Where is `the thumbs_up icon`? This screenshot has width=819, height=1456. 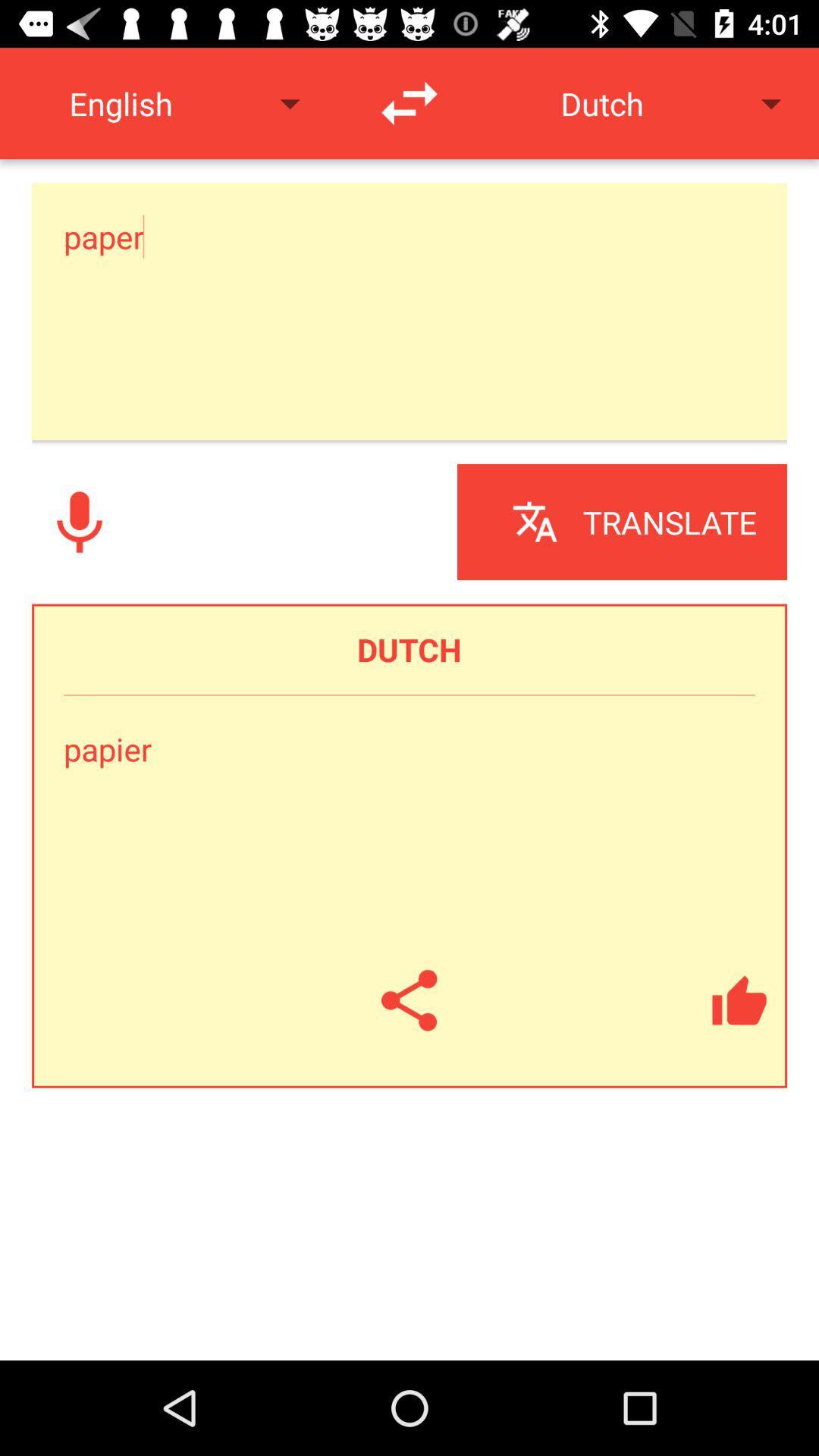
the thumbs_up icon is located at coordinates (739, 1000).